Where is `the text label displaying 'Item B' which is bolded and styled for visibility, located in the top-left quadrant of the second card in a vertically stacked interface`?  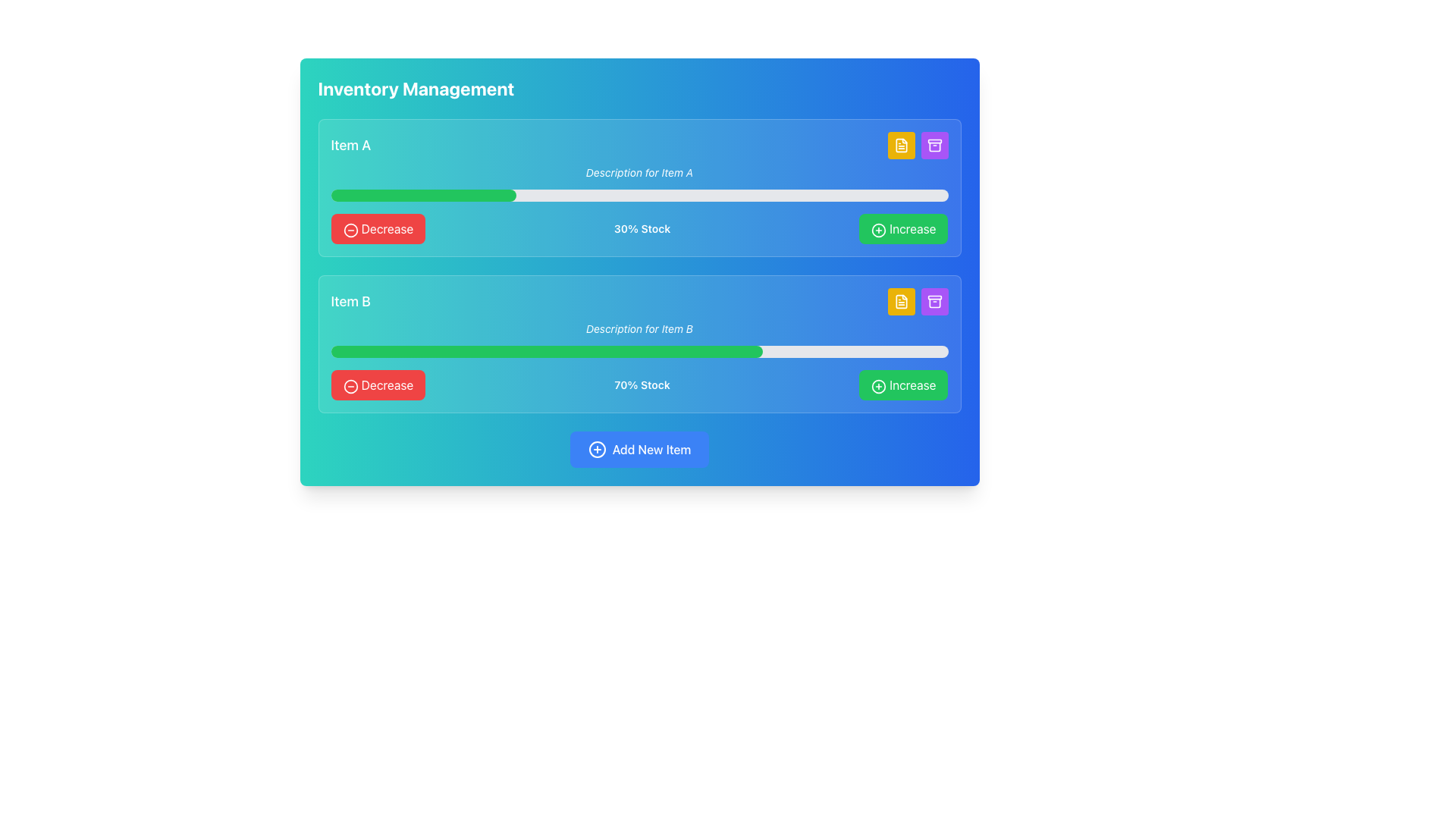 the text label displaying 'Item B' which is bolded and styled for visibility, located in the top-left quadrant of the second card in a vertically stacked interface is located at coordinates (350, 301).